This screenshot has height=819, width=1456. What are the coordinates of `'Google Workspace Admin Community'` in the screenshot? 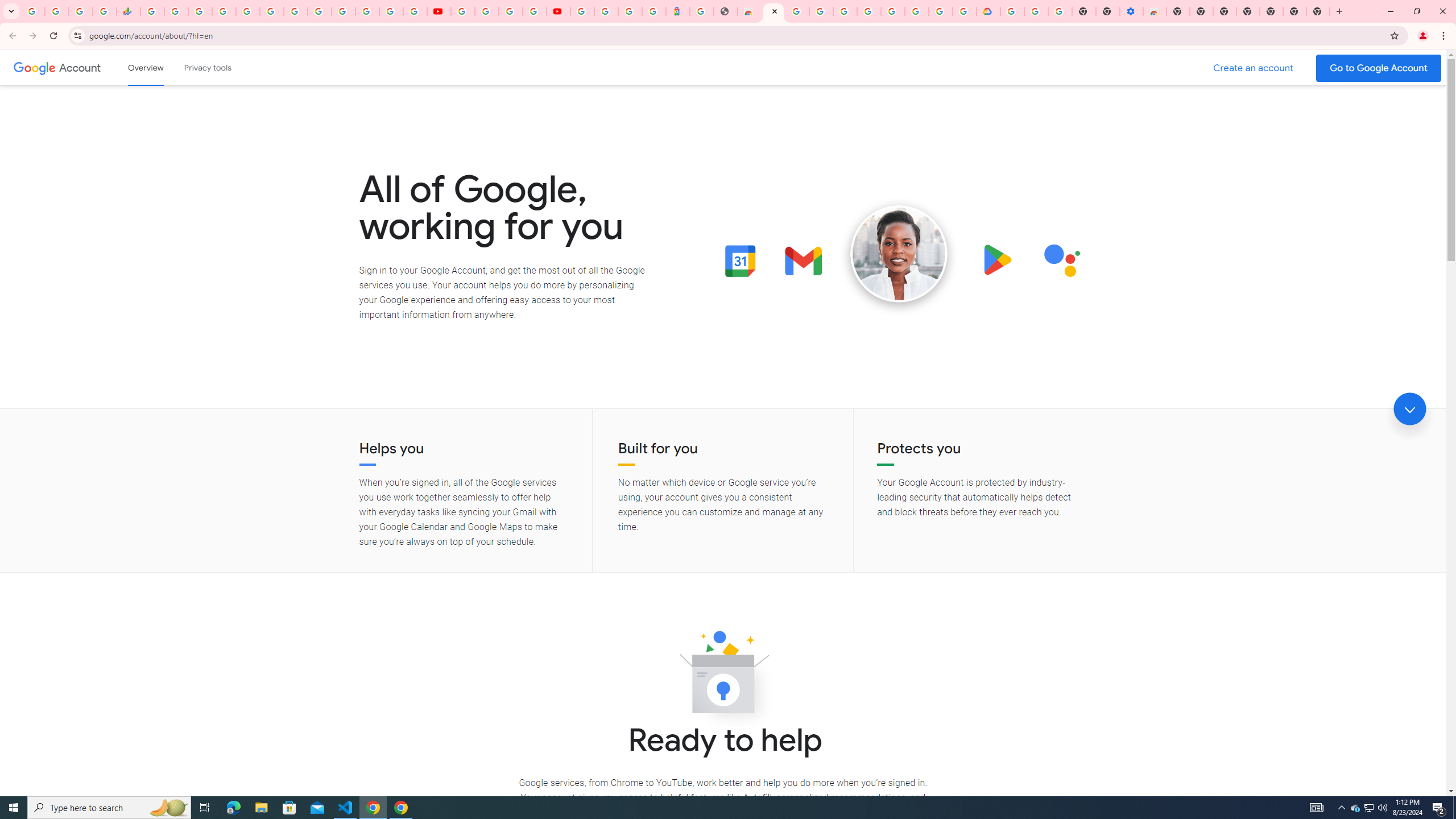 It's located at (32, 11).